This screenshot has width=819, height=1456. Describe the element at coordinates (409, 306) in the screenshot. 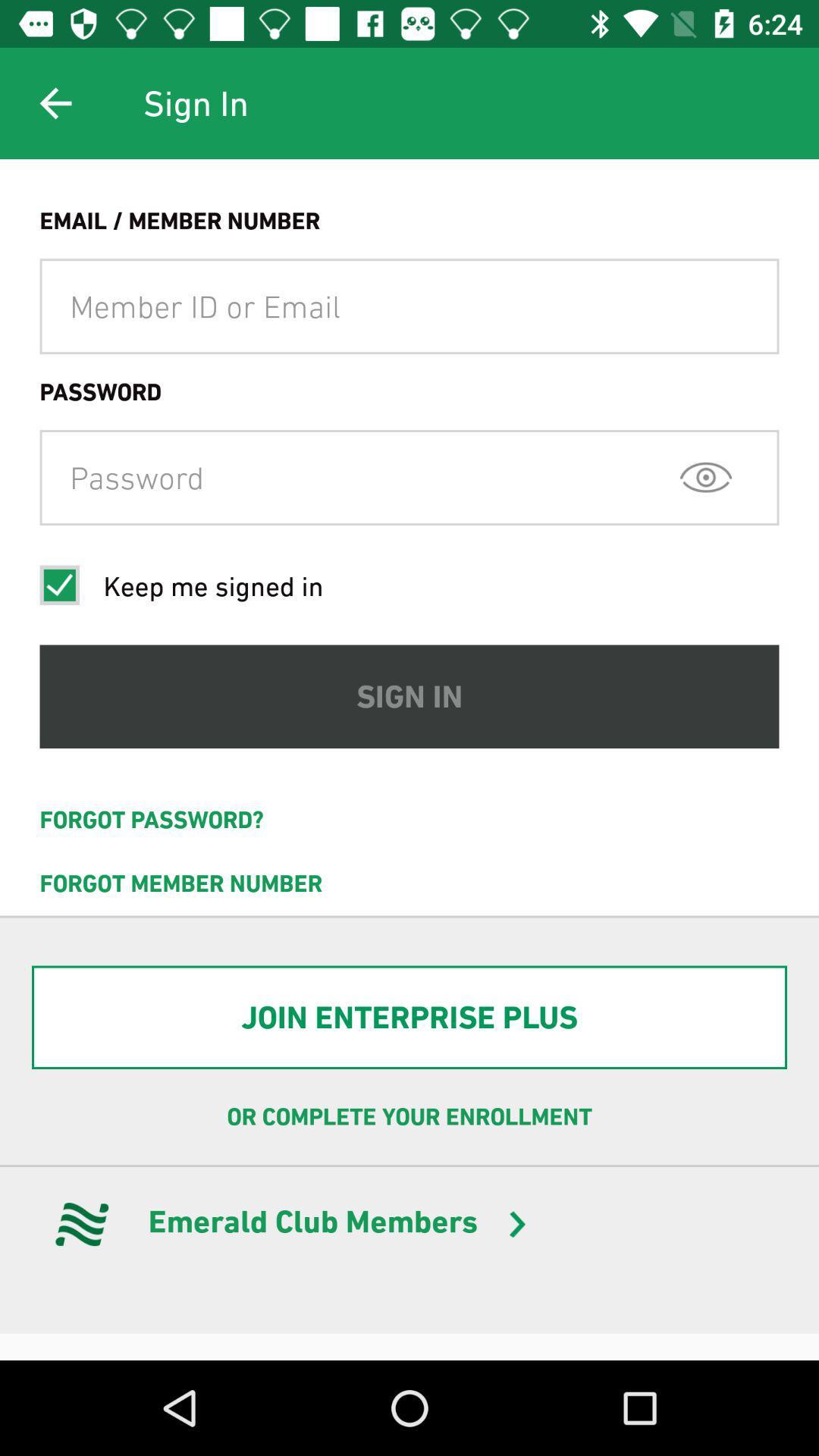

I see `id or email` at that location.